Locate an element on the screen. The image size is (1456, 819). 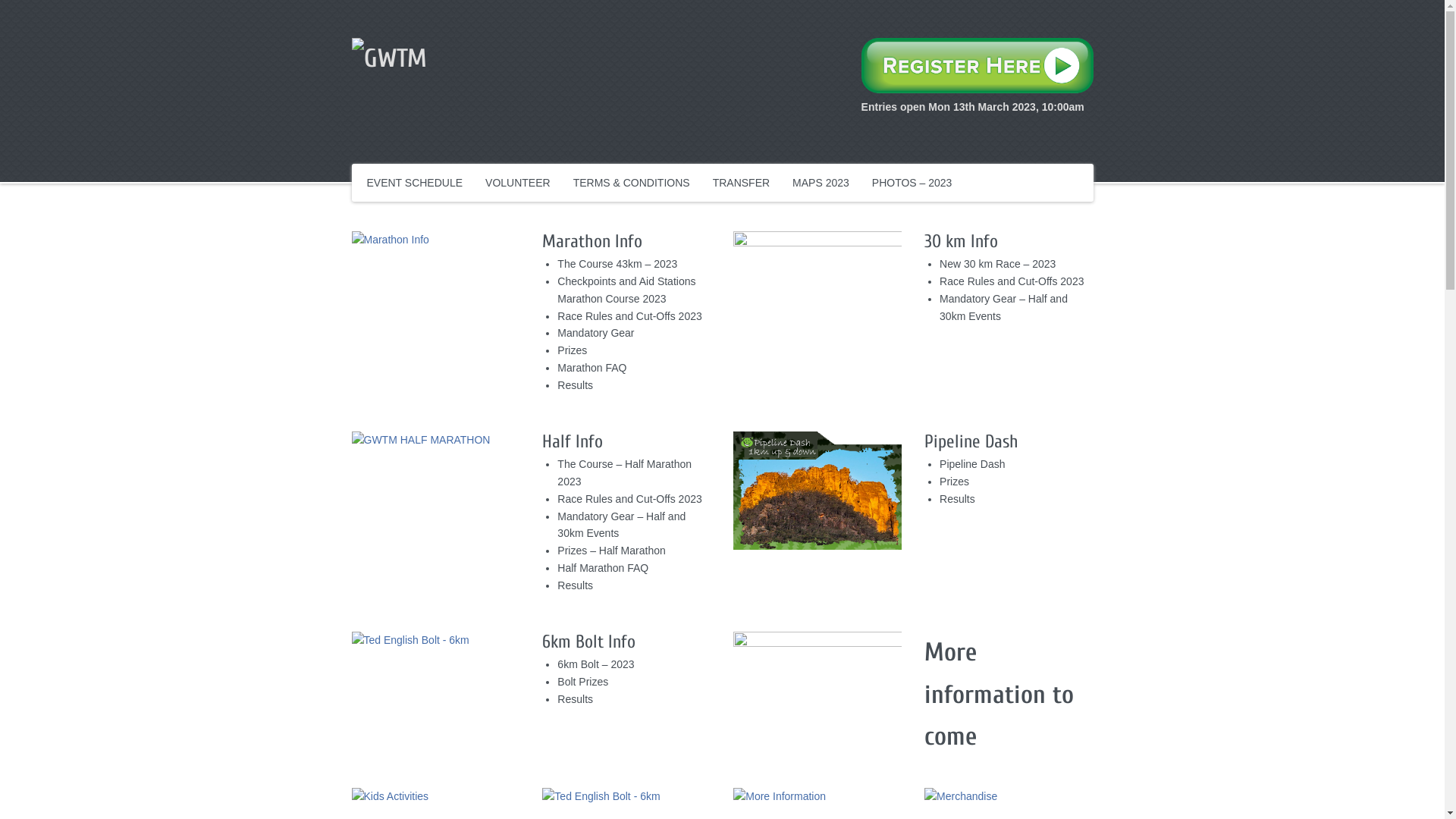
'Half Marathon FAQ' is located at coordinates (556, 567).